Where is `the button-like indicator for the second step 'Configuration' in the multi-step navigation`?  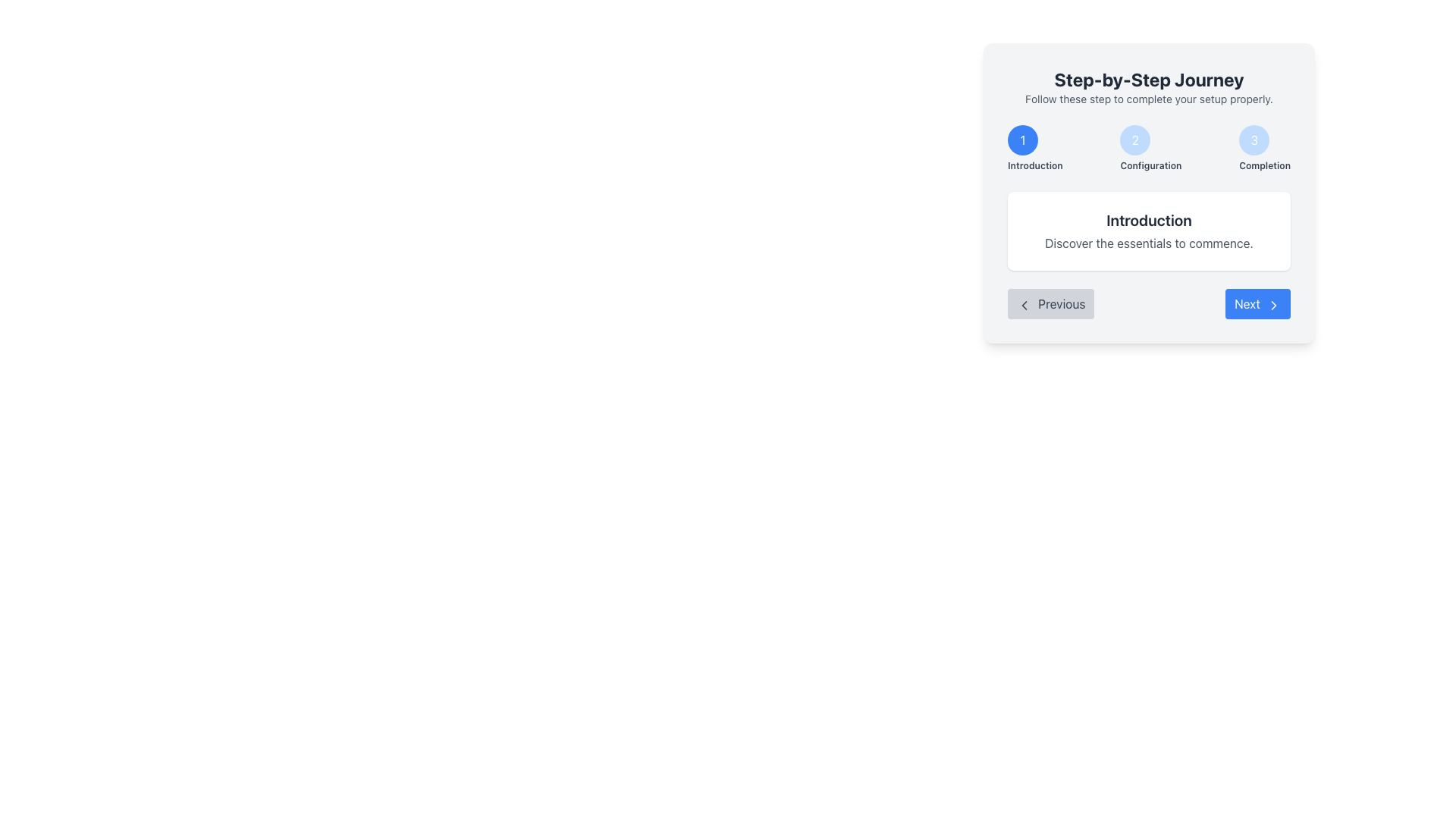 the button-like indicator for the second step 'Configuration' in the multi-step navigation is located at coordinates (1135, 140).